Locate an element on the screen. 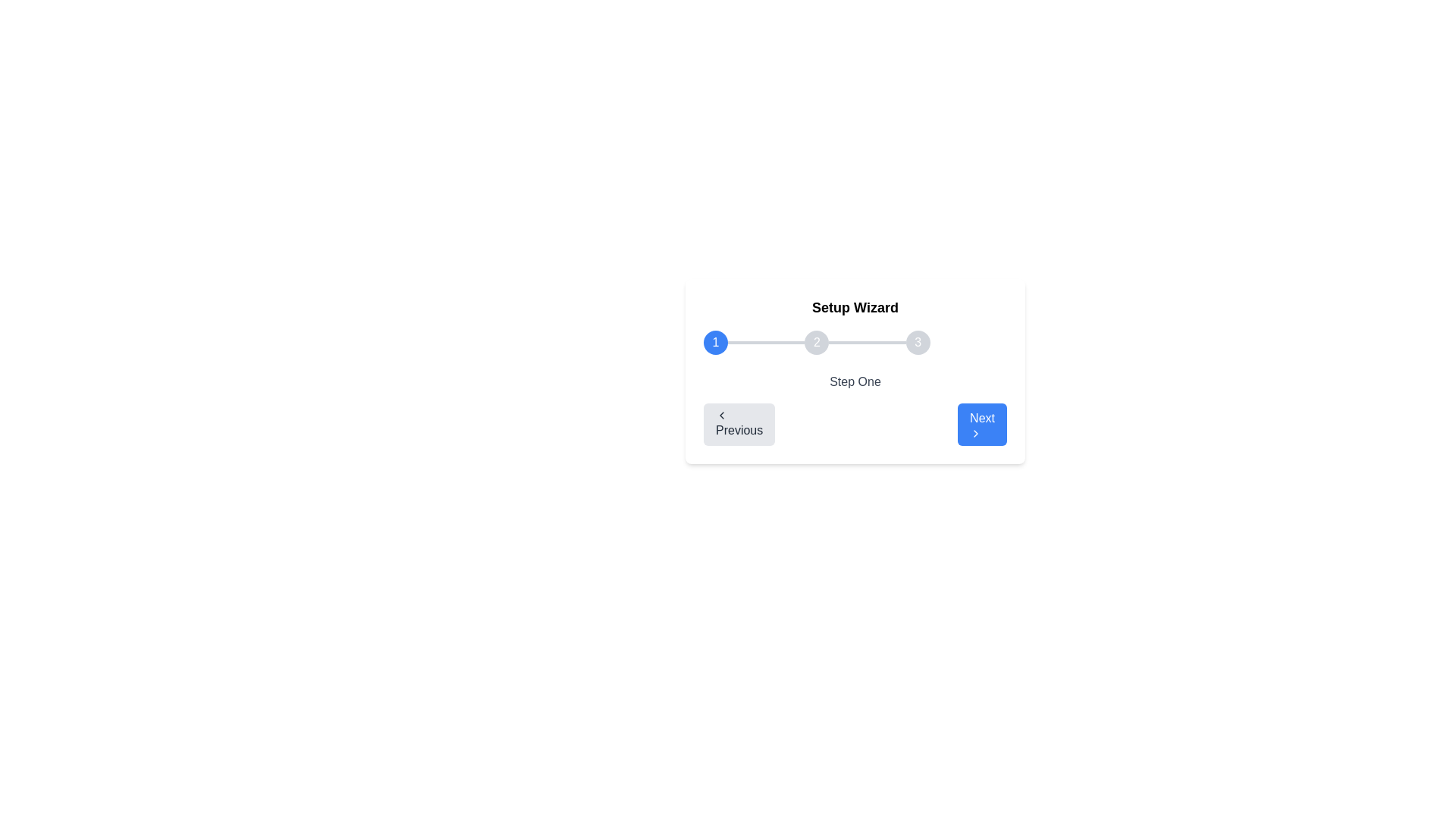 This screenshot has height=819, width=1456. the blue rectangular button labeled 'Next' with a right-pointing chevron icon to proceed to the next step is located at coordinates (982, 424).